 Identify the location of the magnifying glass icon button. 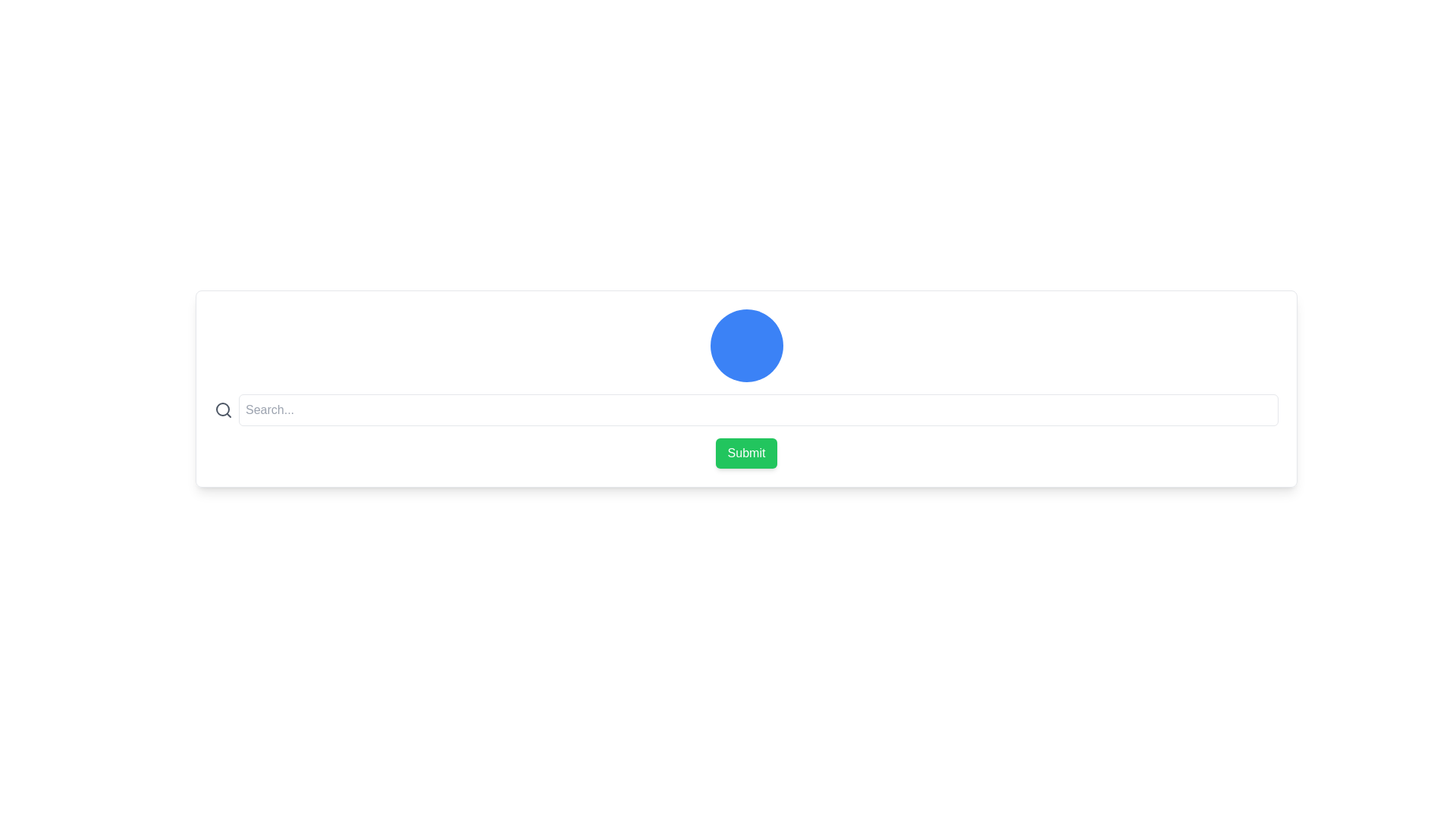
(222, 409).